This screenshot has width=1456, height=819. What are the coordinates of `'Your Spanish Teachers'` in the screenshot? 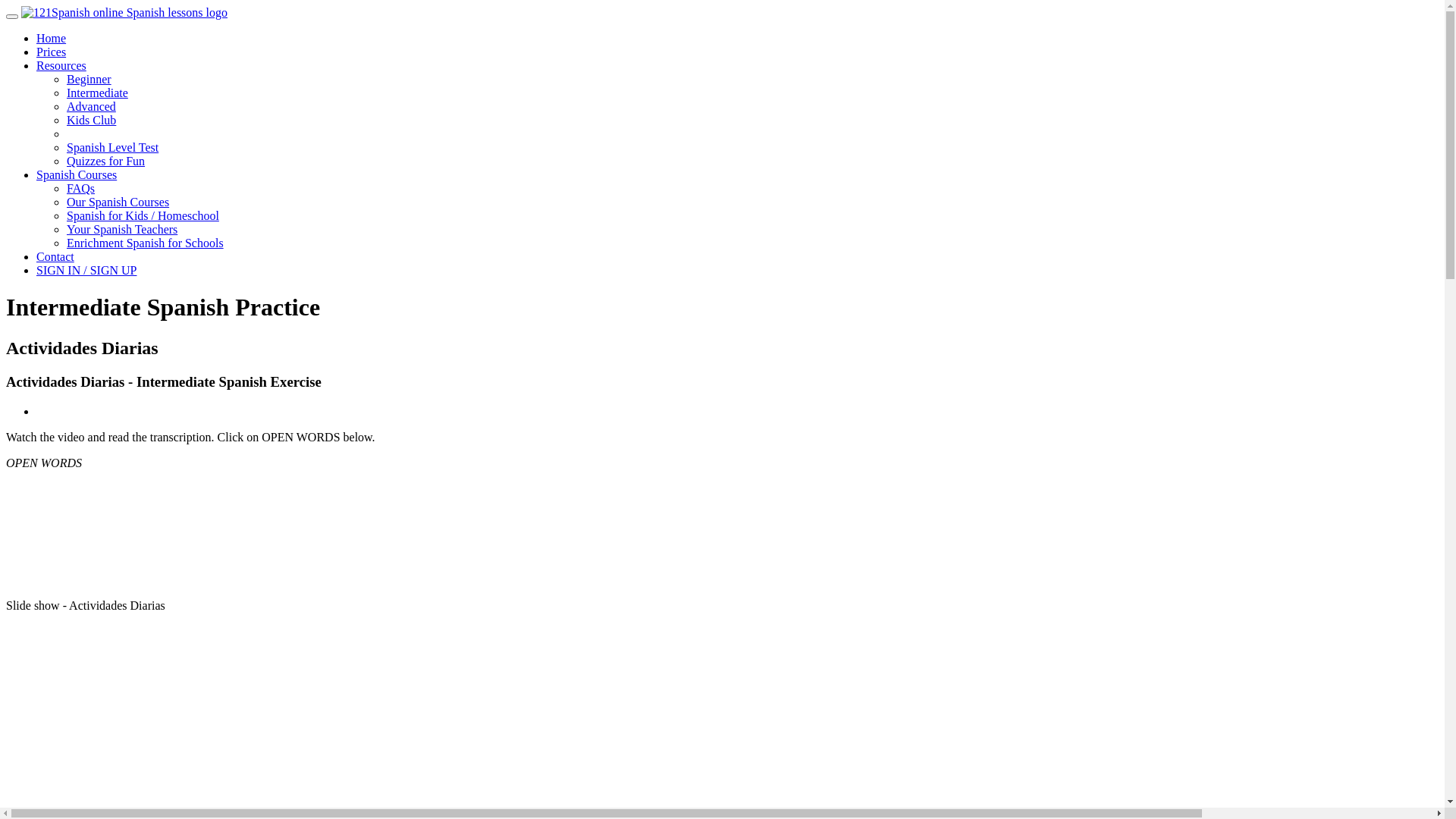 It's located at (122, 229).